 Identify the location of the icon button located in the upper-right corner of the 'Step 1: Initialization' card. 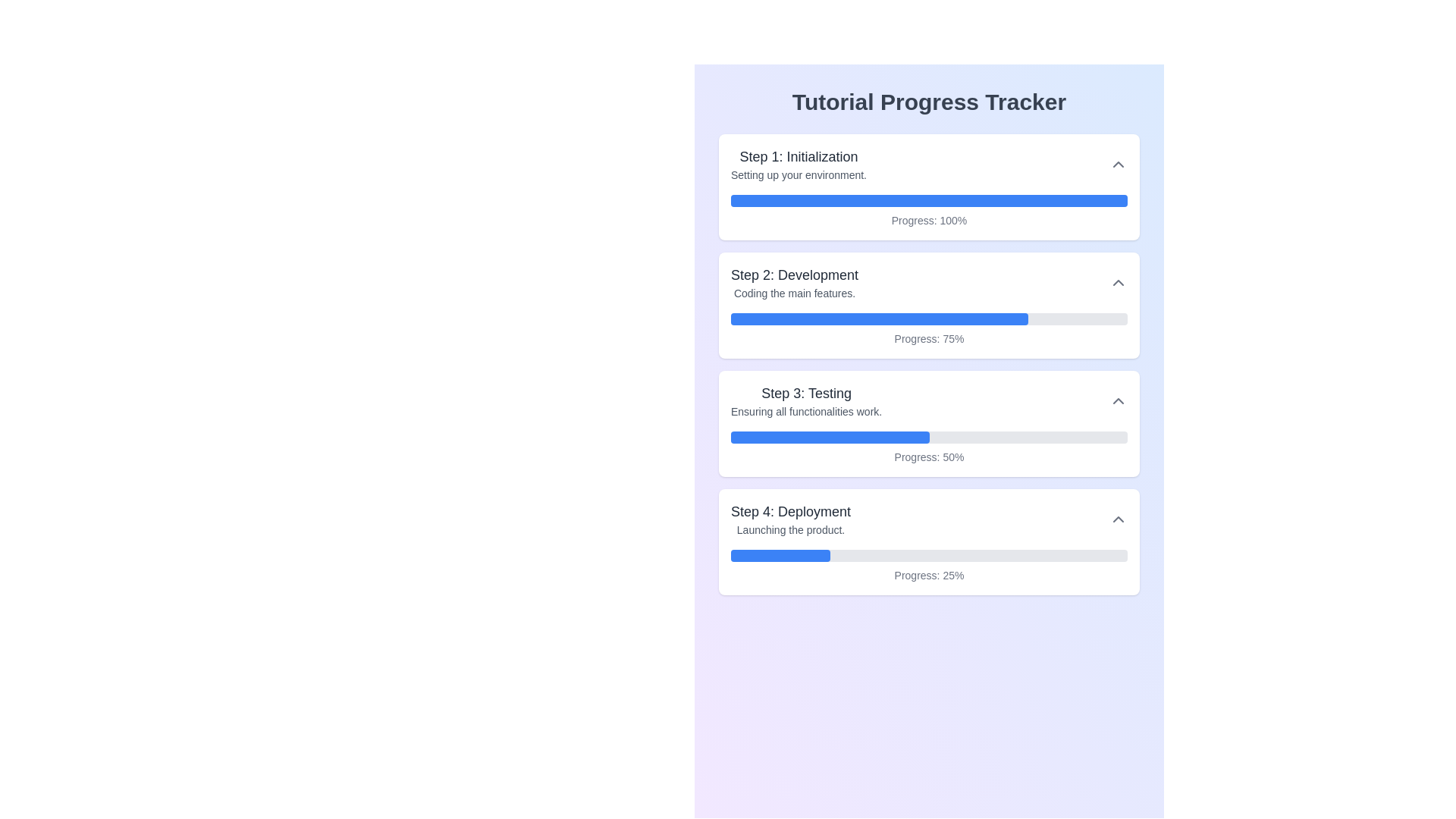
(1118, 164).